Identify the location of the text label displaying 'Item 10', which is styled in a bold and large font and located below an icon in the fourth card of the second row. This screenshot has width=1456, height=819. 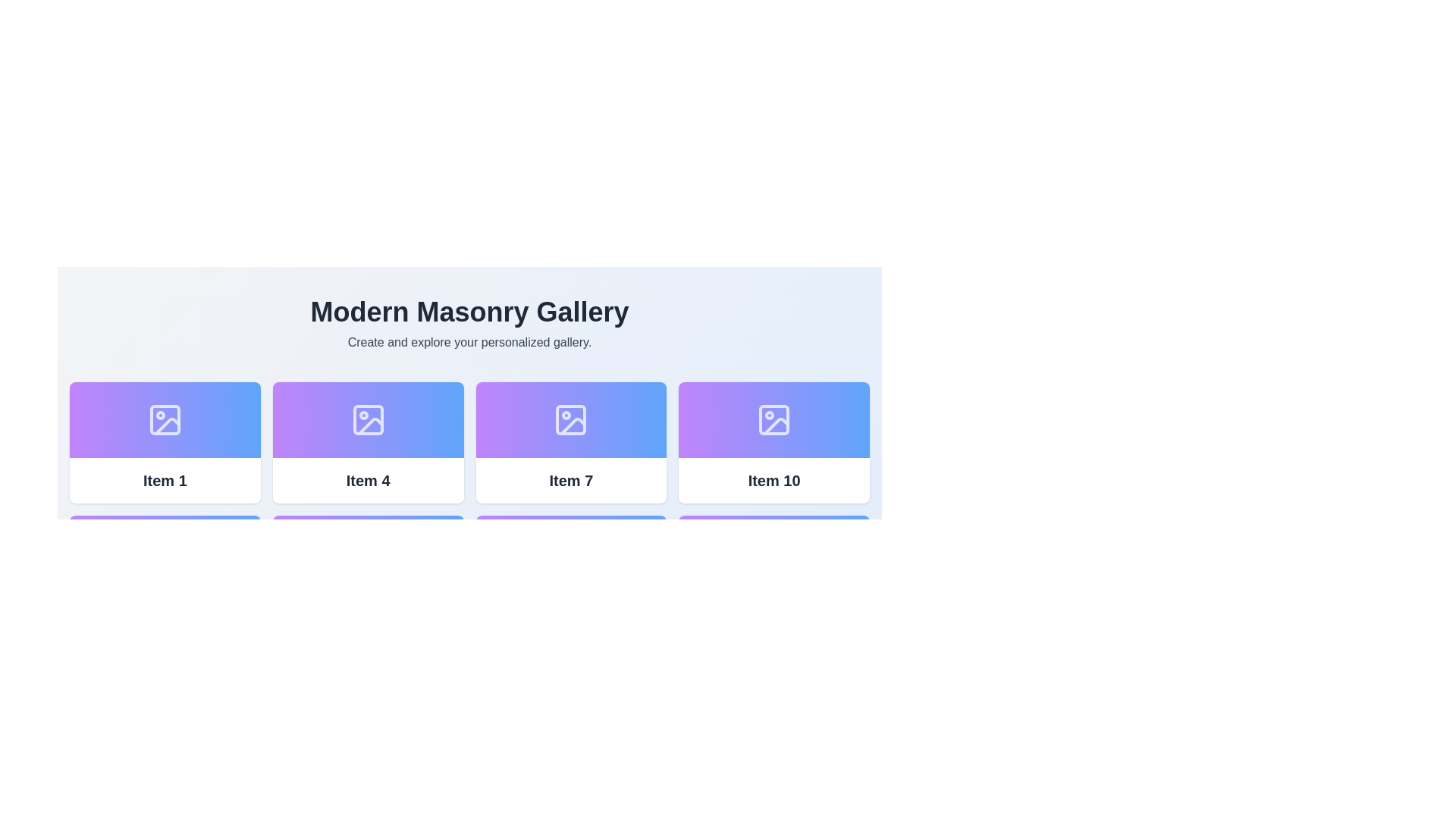
(774, 480).